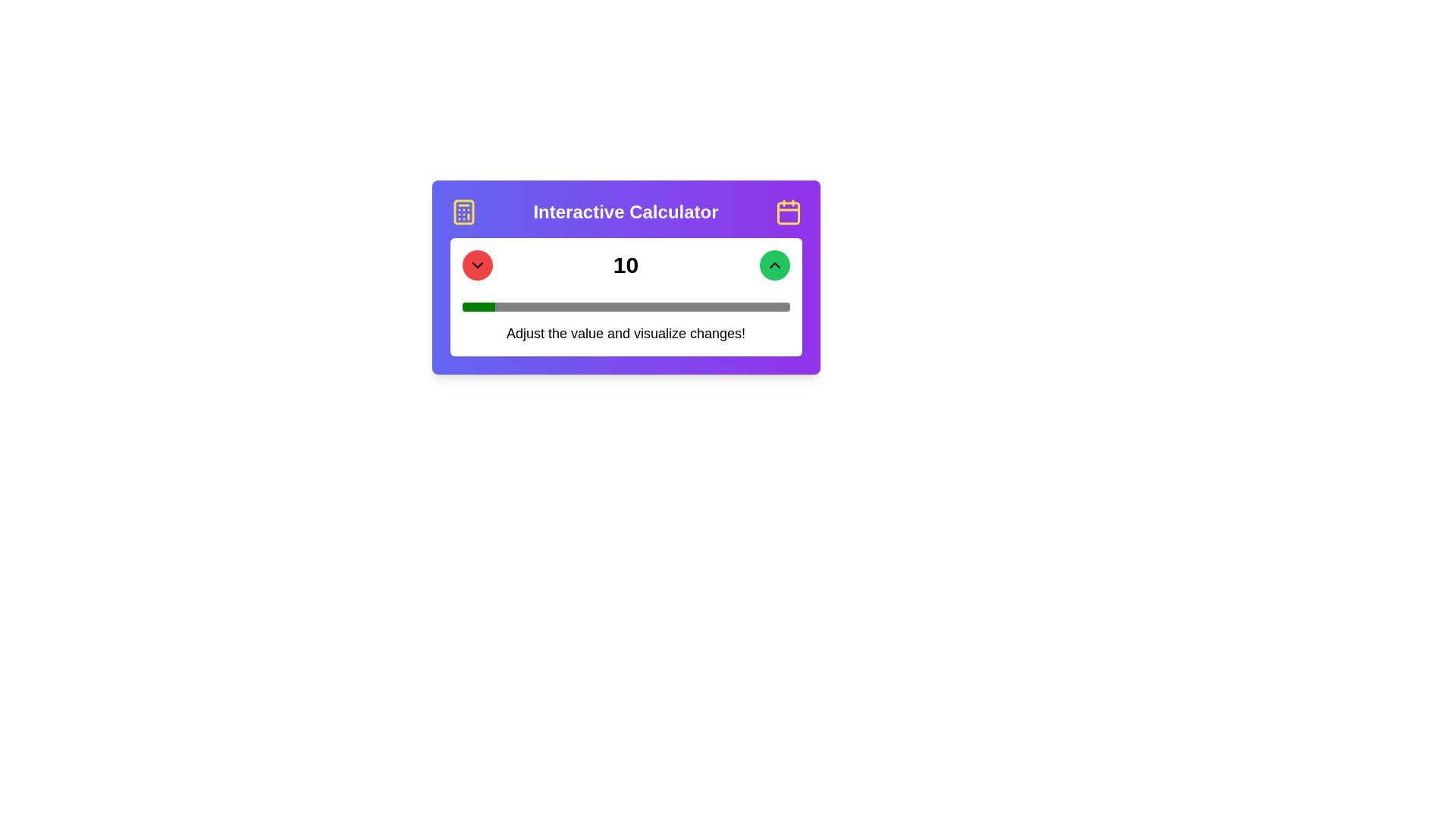 The image size is (1456, 819). Describe the element at coordinates (476, 265) in the screenshot. I see `the circular red button with a downward-pointing arrow icon located to the left of the number display ('10') in the calculator interface to decrease the value` at that location.